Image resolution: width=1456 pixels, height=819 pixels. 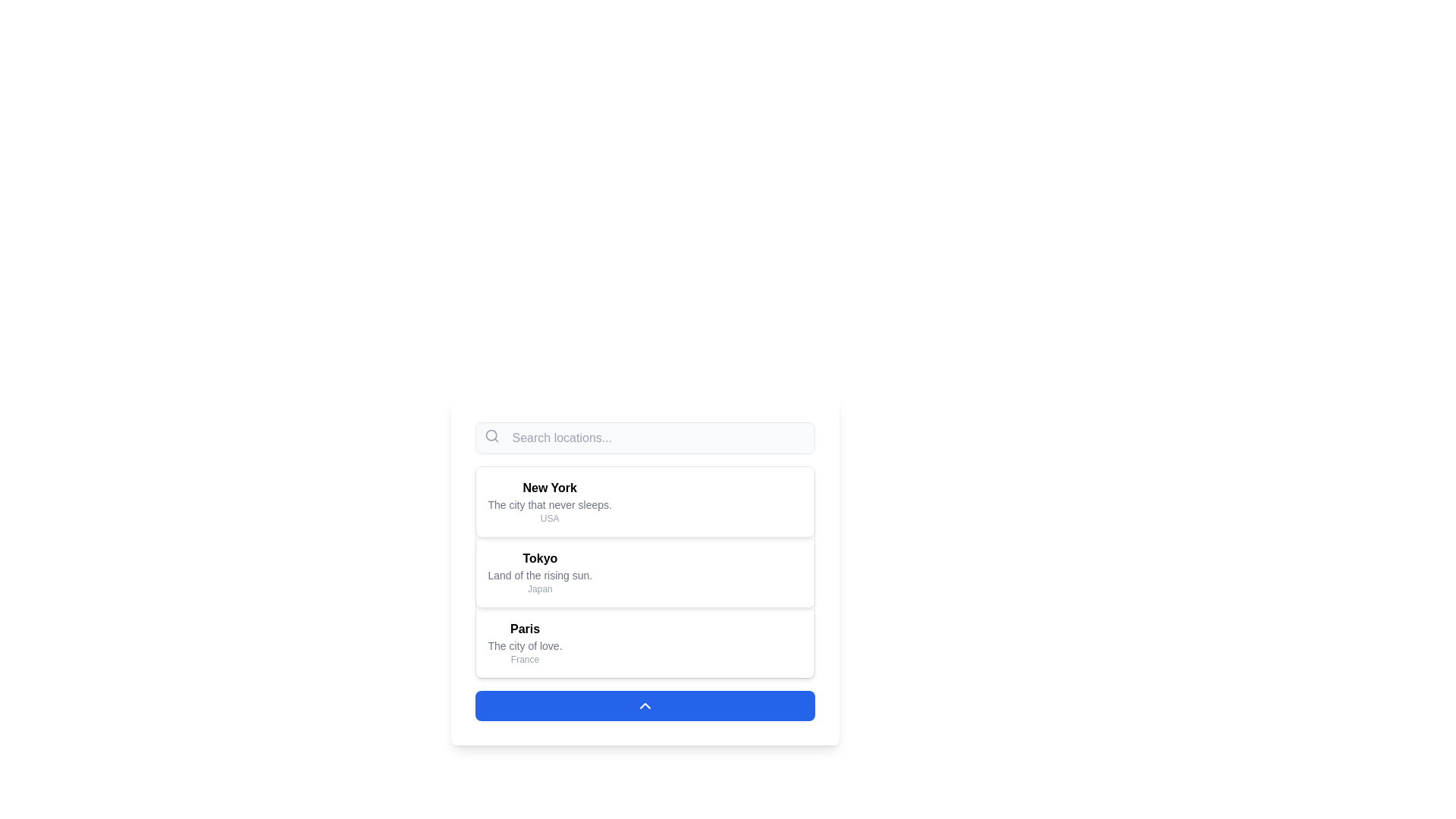 I want to click on the first list item containing the text 'New York', which includes bold title text and descriptive text, located beneath the search bar, so click(x=549, y=502).